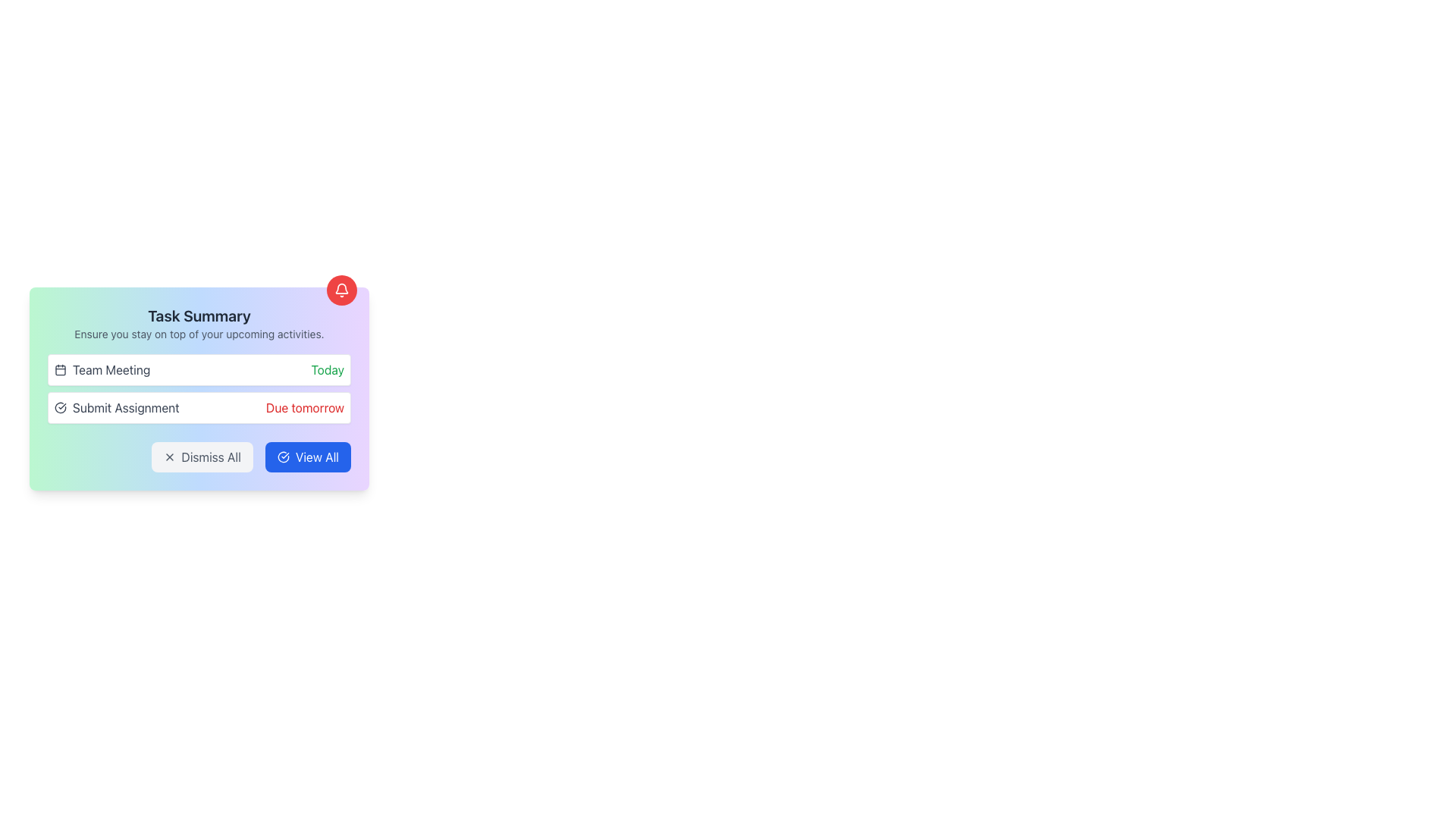  Describe the element at coordinates (199, 388) in the screenshot. I see `the Informational Panel which features a gradient background and contains the heading 'Task Summary' along with action buttons at the bottom` at that location.